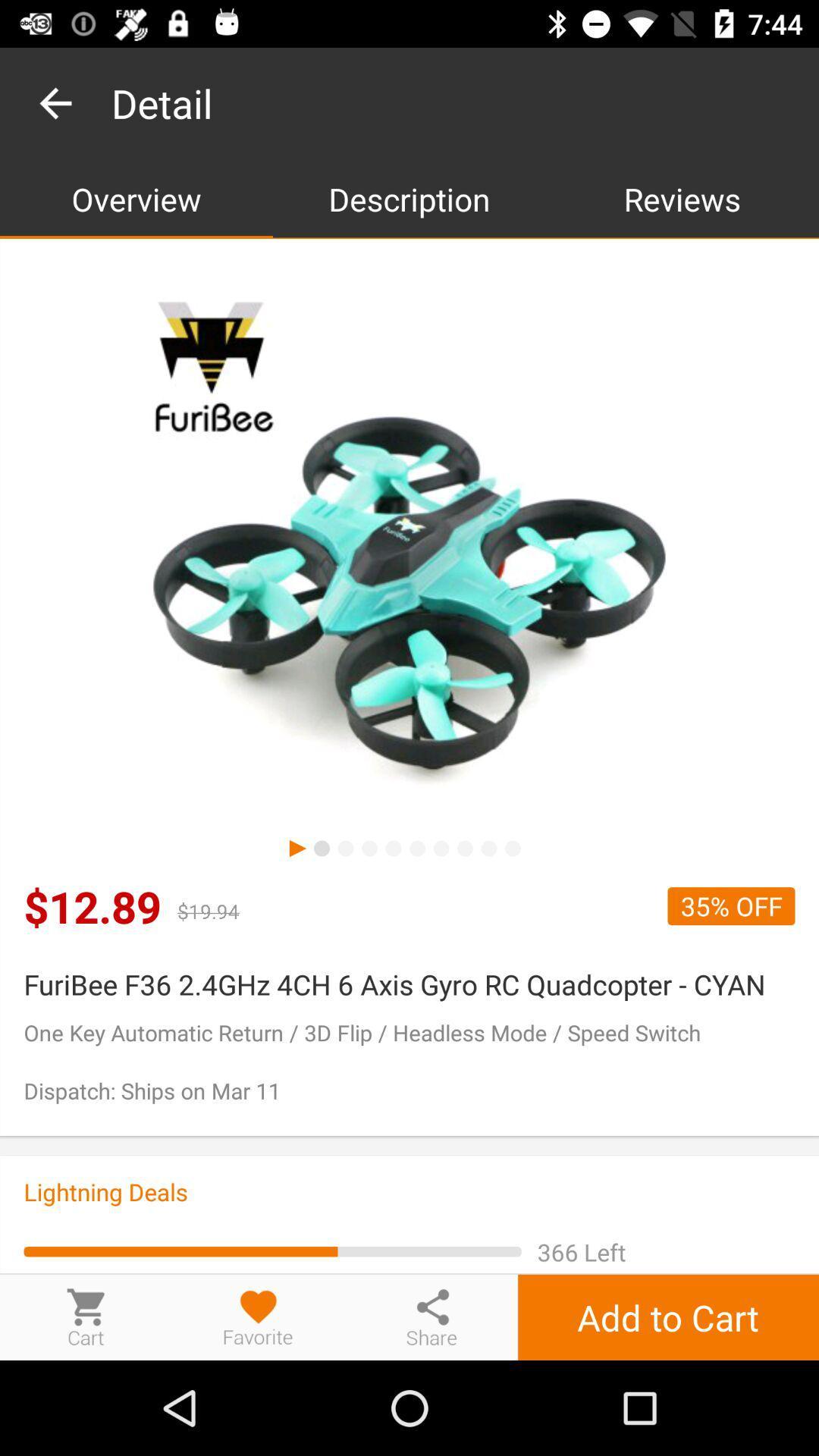 The image size is (819, 1456). Describe the element at coordinates (431, 1316) in the screenshot. I see `the share icon` at that location.